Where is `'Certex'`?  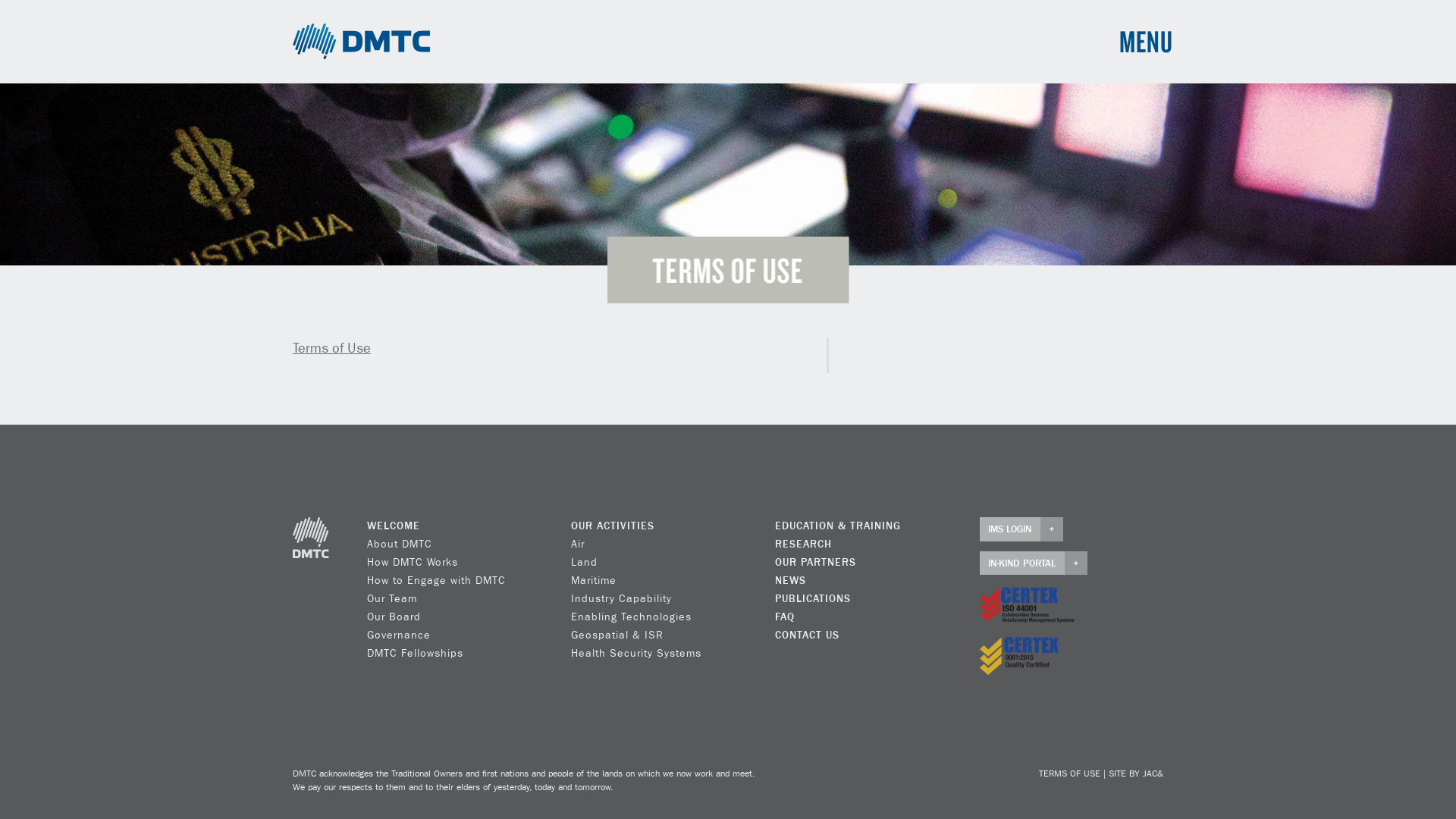
'Certex' is located at coordinates (1027, 604).